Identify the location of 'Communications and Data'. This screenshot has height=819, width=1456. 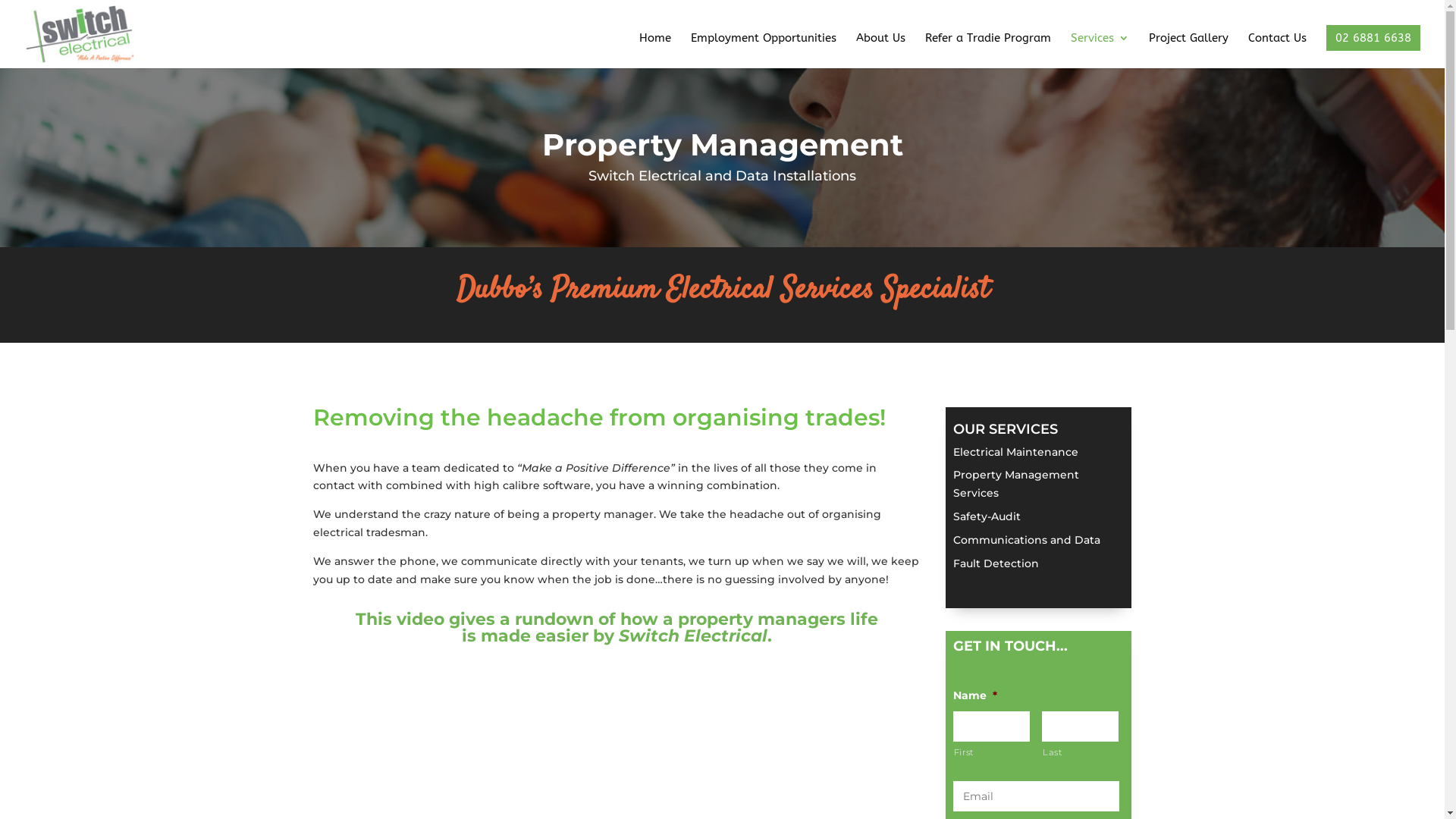
(952, 539).